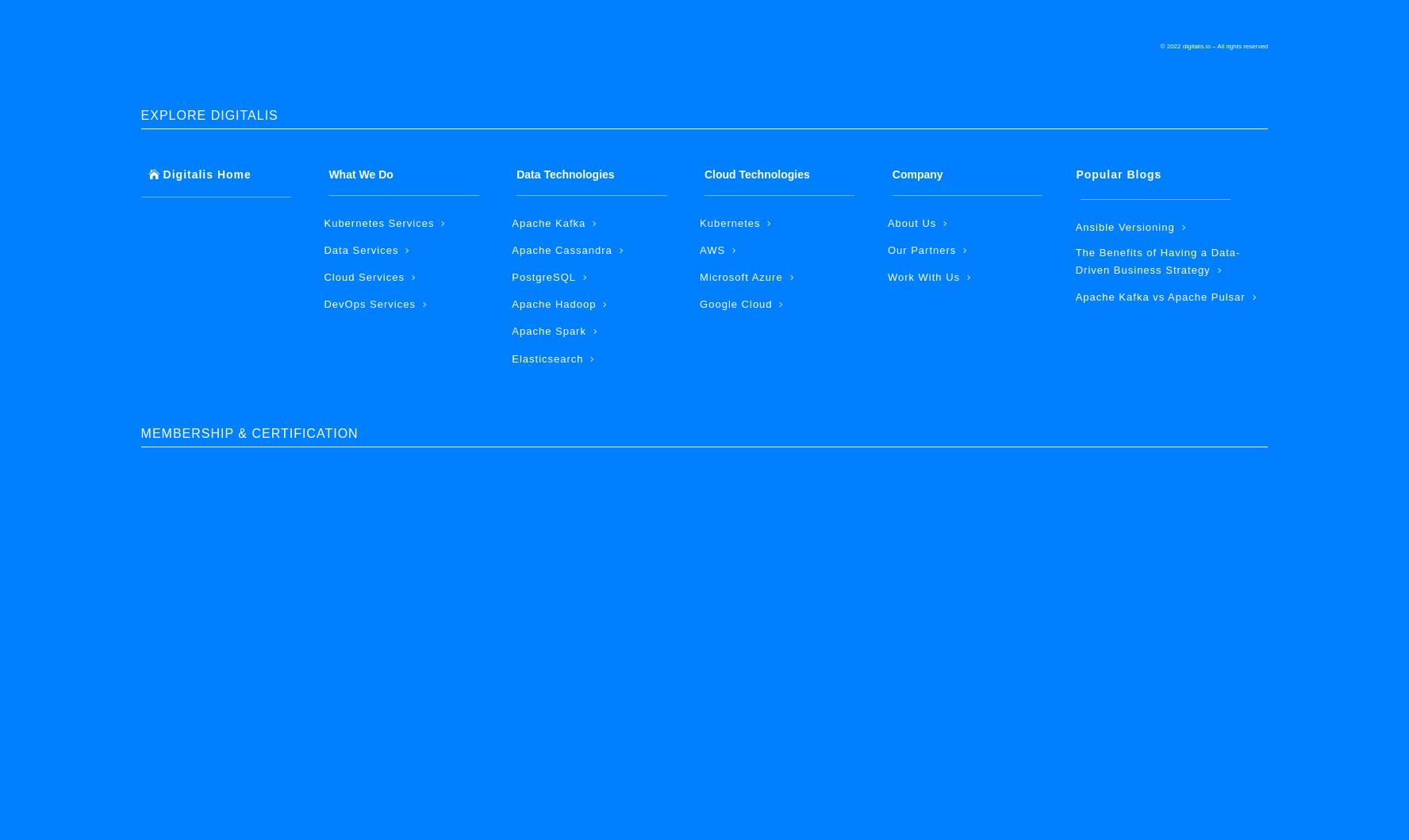 The height and width of the screenshot is (840, 1409). I want to click on 'AWS', so click(711, 250).